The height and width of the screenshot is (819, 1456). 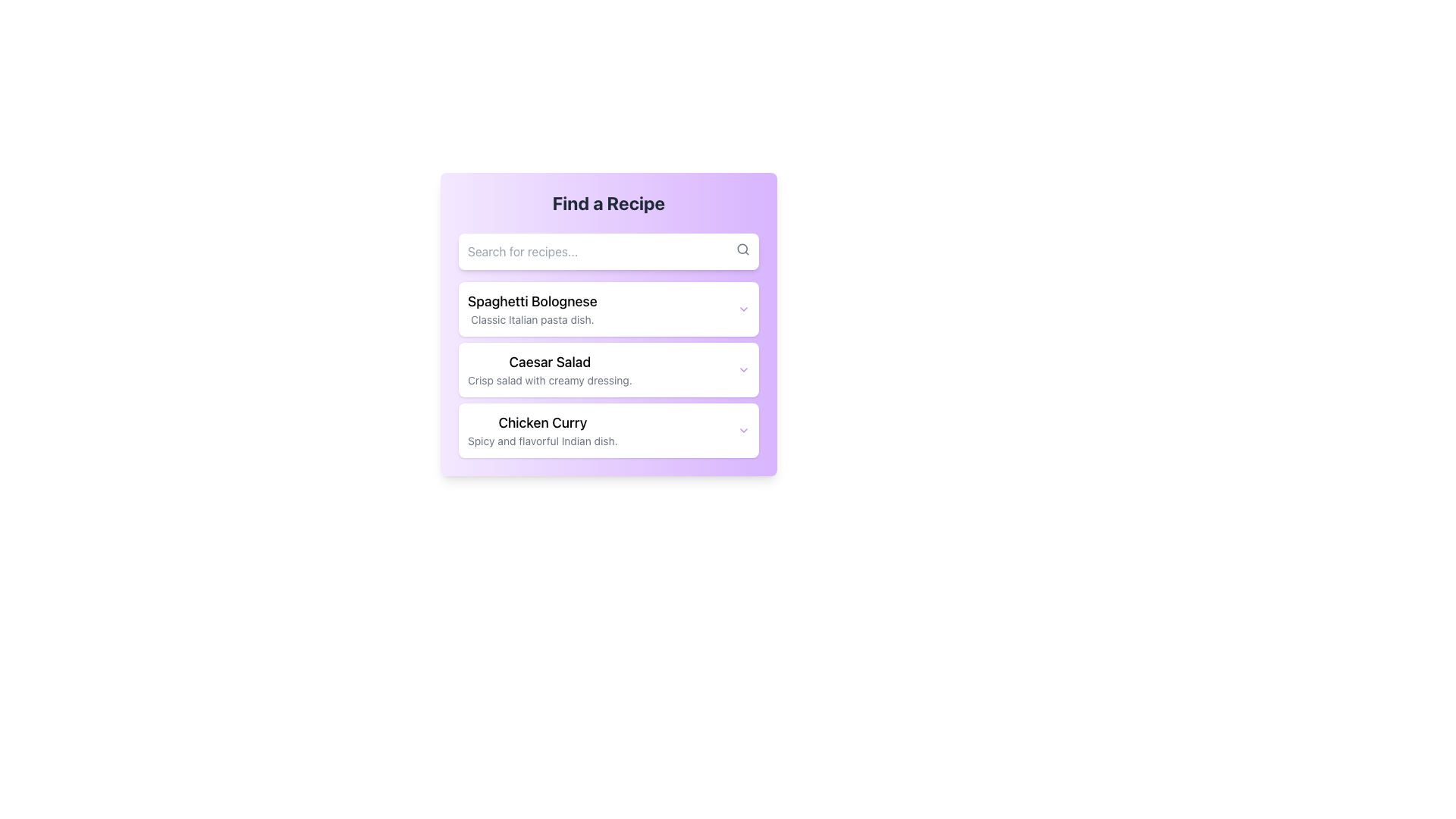 What do you see at coordinates (532, 301) in the screenshot?
I see `text displayed in the bold font labeled 'Spaghetti Bolognese', which is located at the top of a card-like interface item` at bounding box center [532, 301].